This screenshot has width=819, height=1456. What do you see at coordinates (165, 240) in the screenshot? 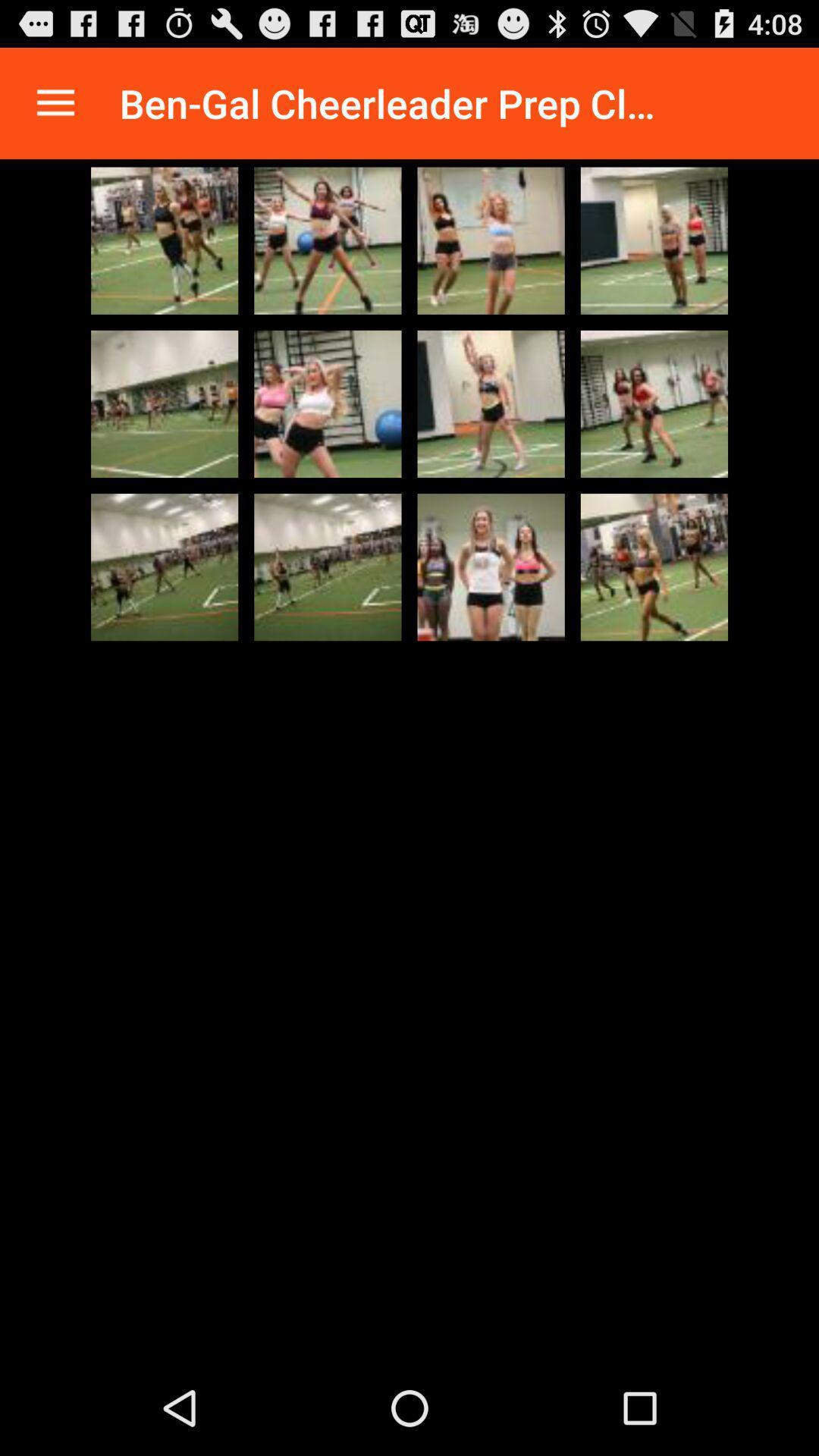
I see `enlarge this image` at bounding box center [165, 240].